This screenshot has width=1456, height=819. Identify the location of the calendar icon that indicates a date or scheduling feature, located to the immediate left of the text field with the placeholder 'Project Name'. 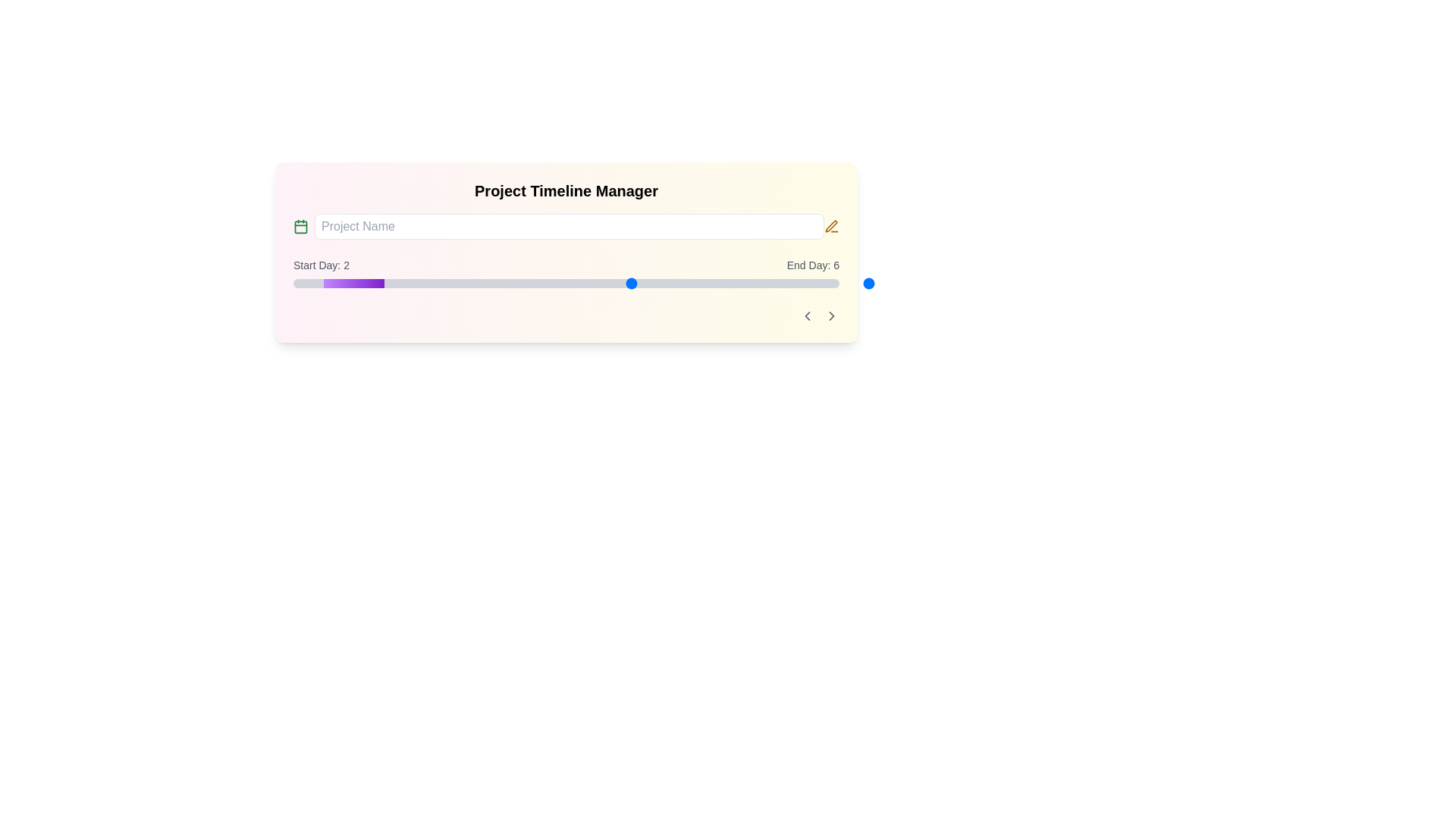
(301, 227).